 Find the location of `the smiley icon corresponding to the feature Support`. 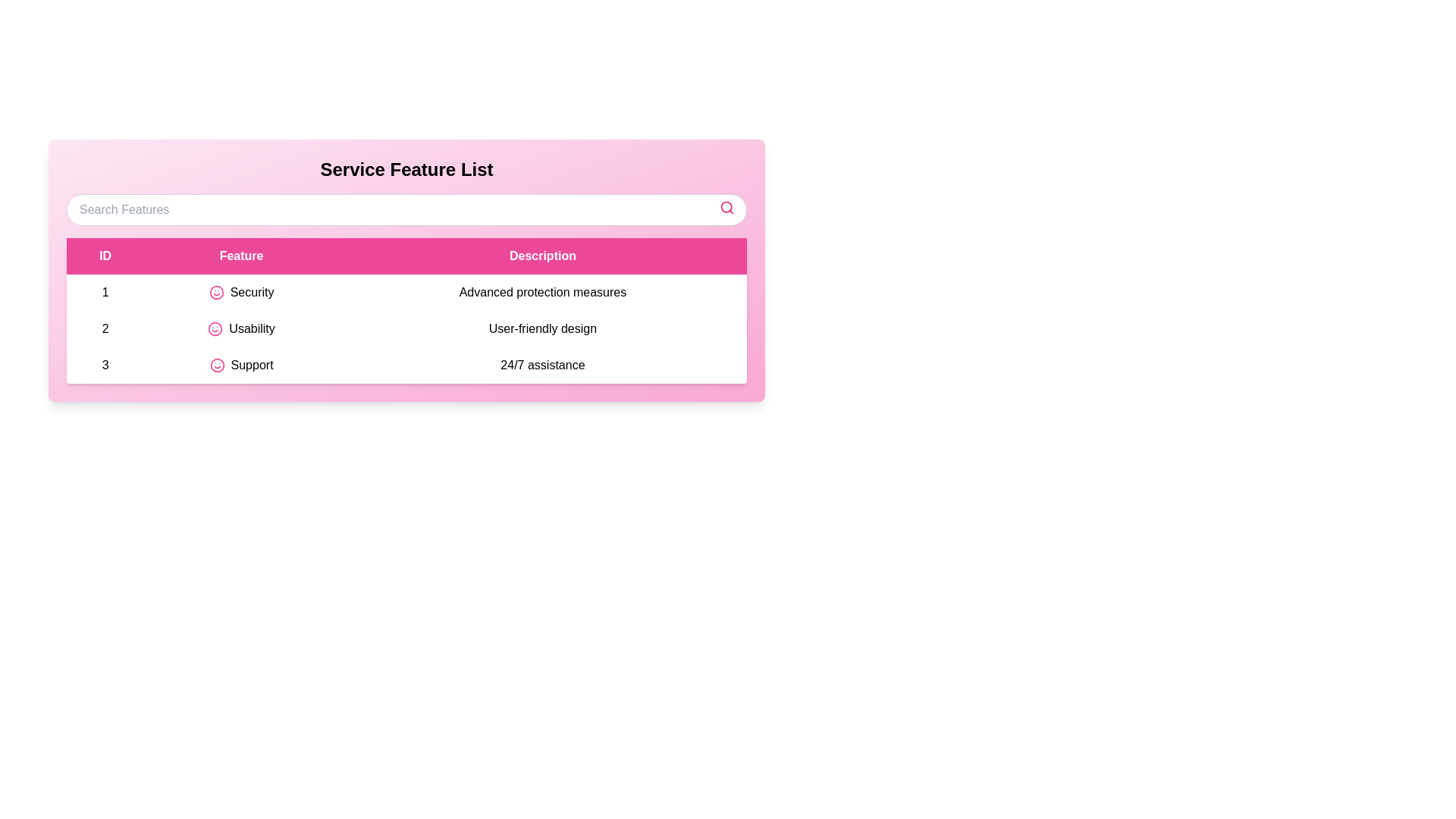

the smiley icon corresponding to the feature Support is located at coordinates (216, 366).